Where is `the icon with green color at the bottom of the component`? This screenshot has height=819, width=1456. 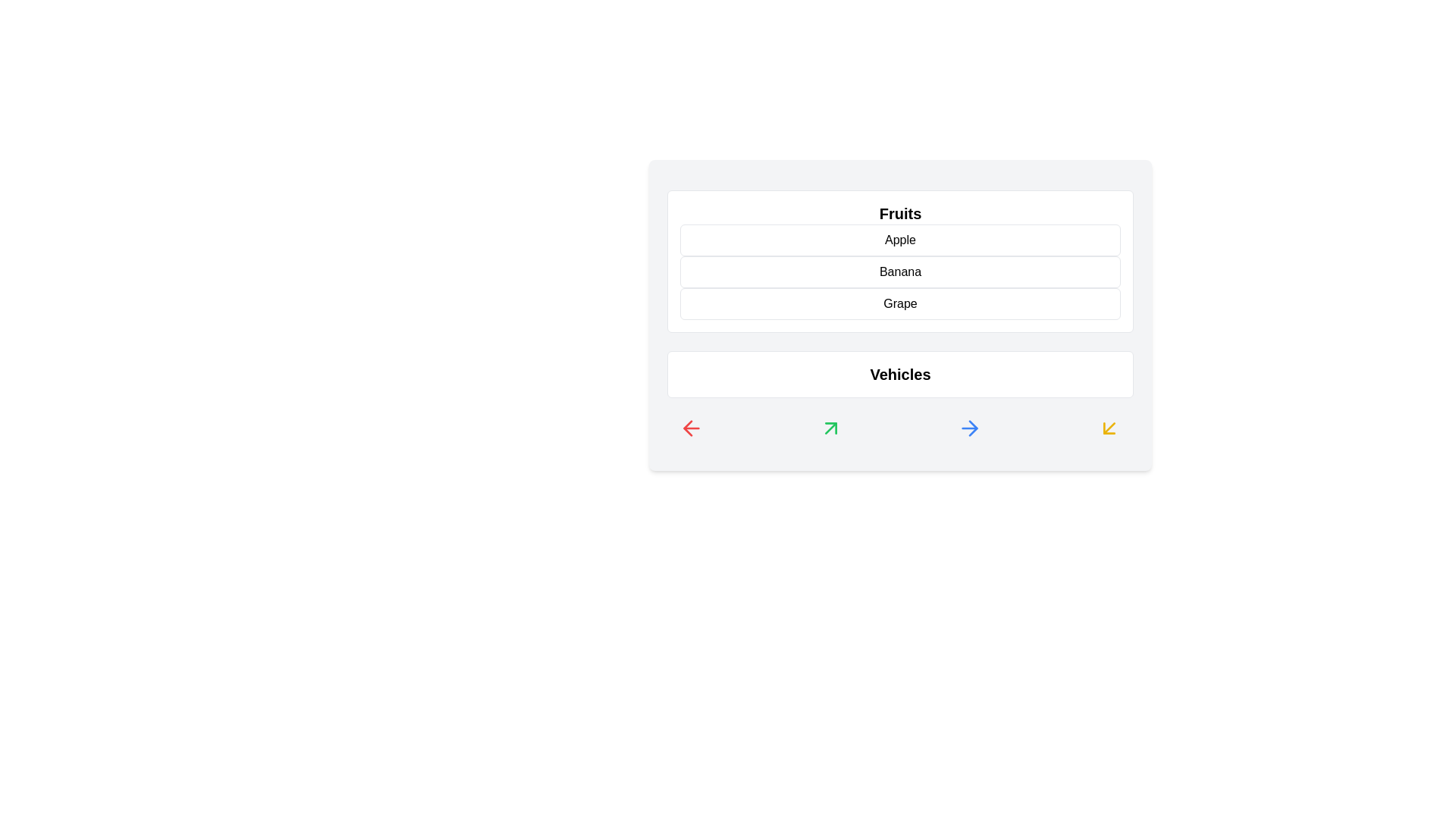 the icon with green color at the bottom of the component is located at coordinates (830, 428).